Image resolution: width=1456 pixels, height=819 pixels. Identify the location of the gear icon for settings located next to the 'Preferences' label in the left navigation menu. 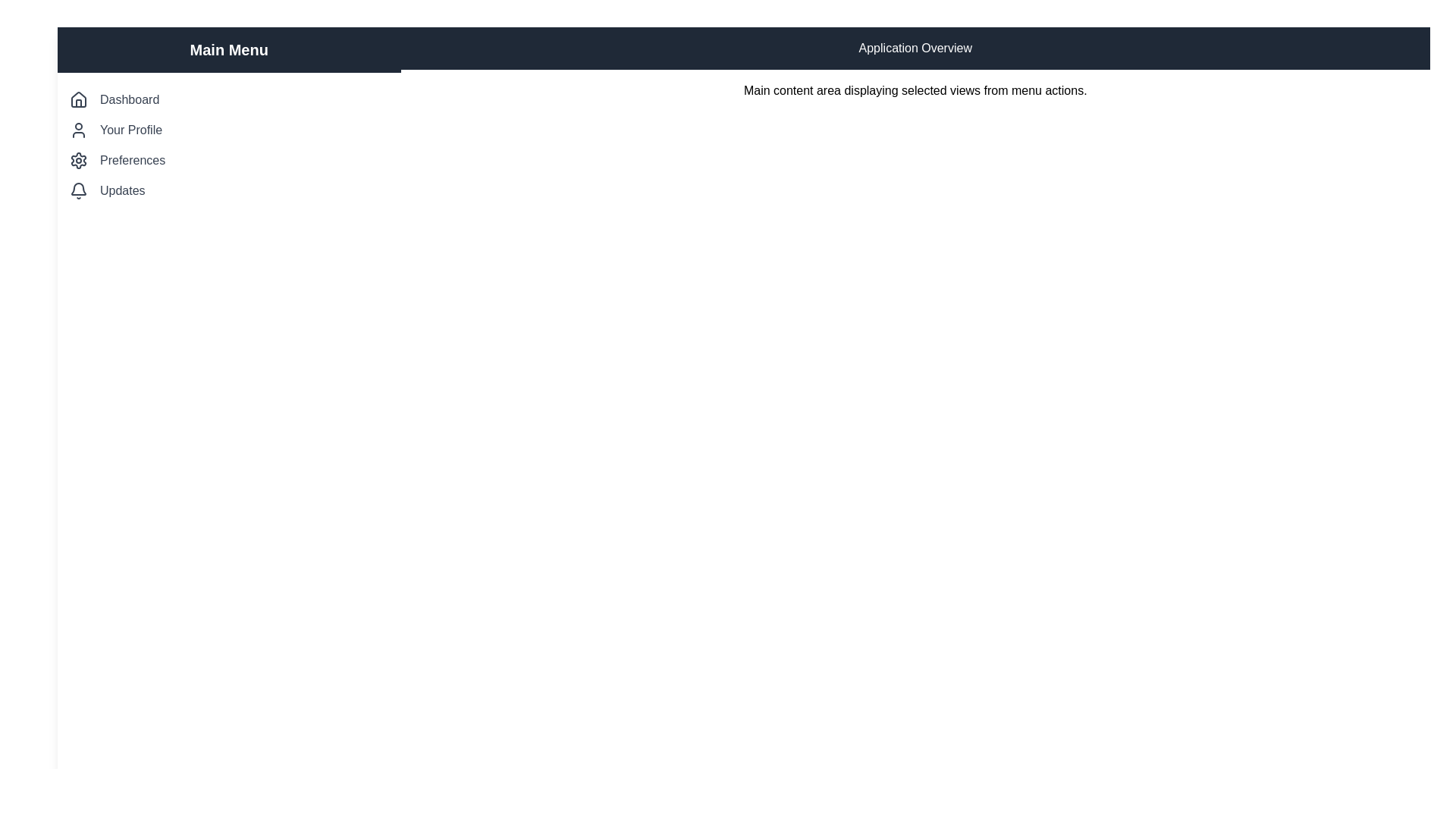
(78, 161).